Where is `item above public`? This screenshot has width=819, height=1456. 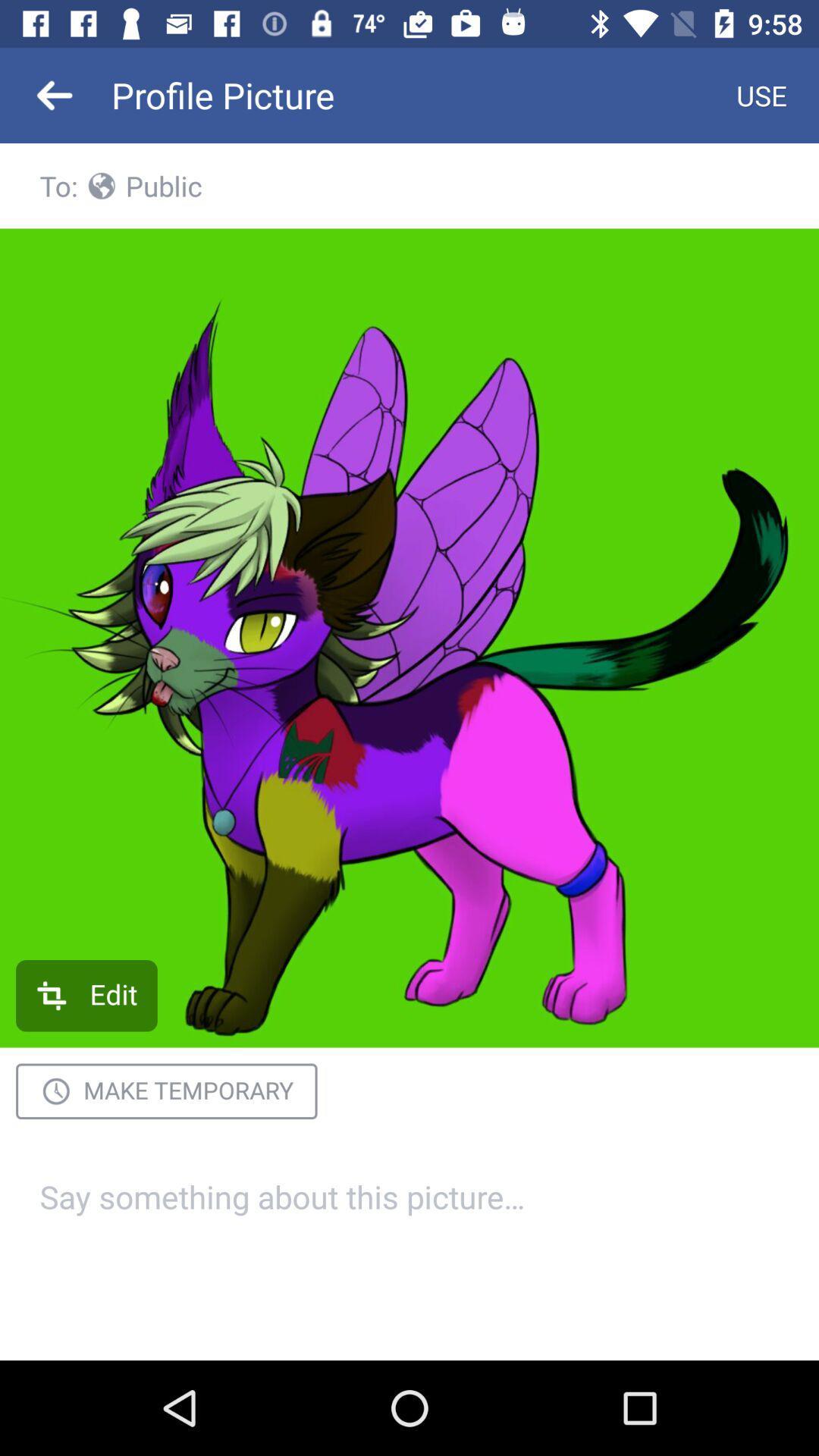
item above public is located at coordinates (761, 94).